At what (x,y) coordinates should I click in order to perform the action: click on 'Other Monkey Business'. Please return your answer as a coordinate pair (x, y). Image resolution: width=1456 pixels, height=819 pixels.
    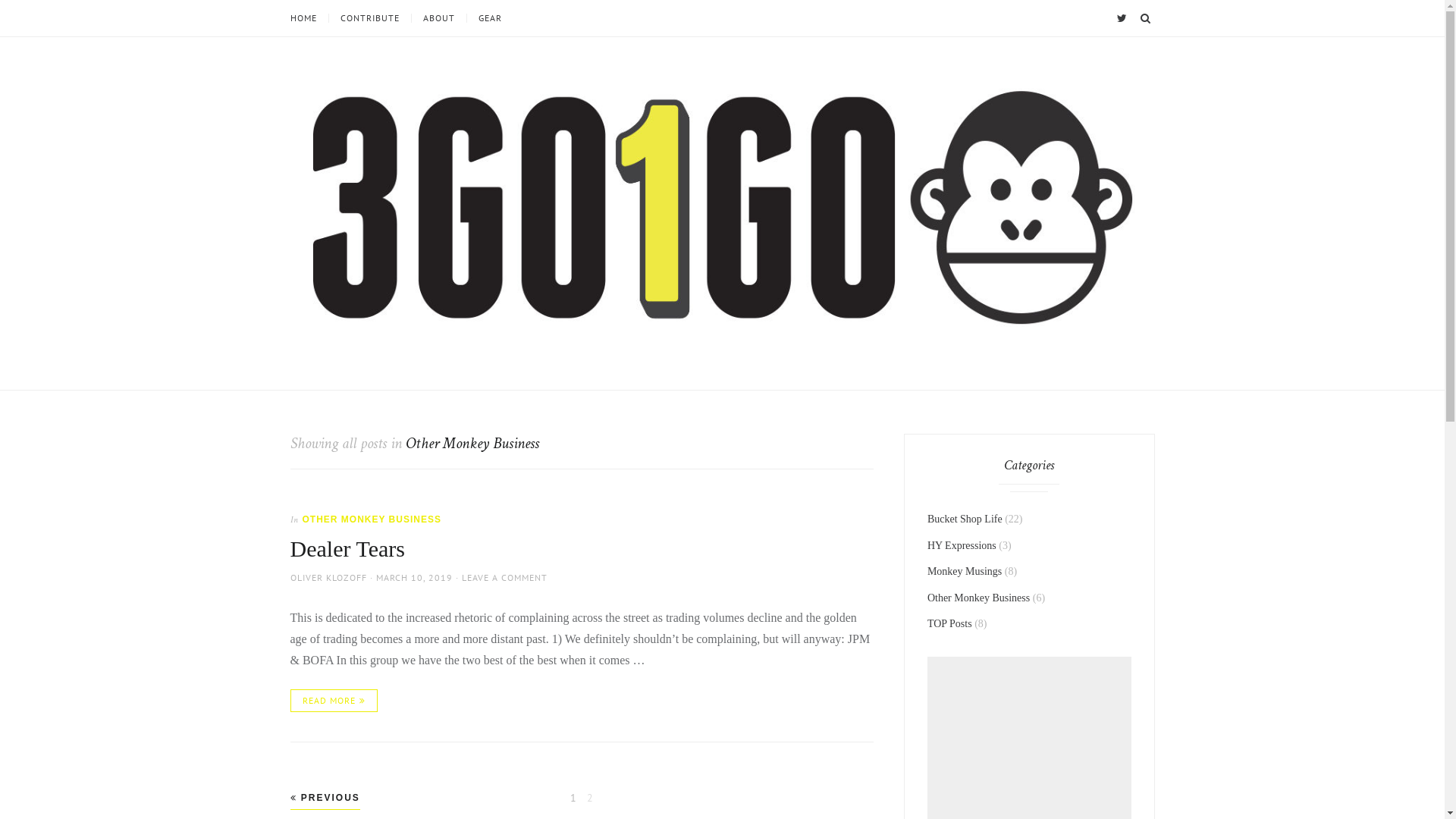
    Looking at the image, I should click on (978, 597).